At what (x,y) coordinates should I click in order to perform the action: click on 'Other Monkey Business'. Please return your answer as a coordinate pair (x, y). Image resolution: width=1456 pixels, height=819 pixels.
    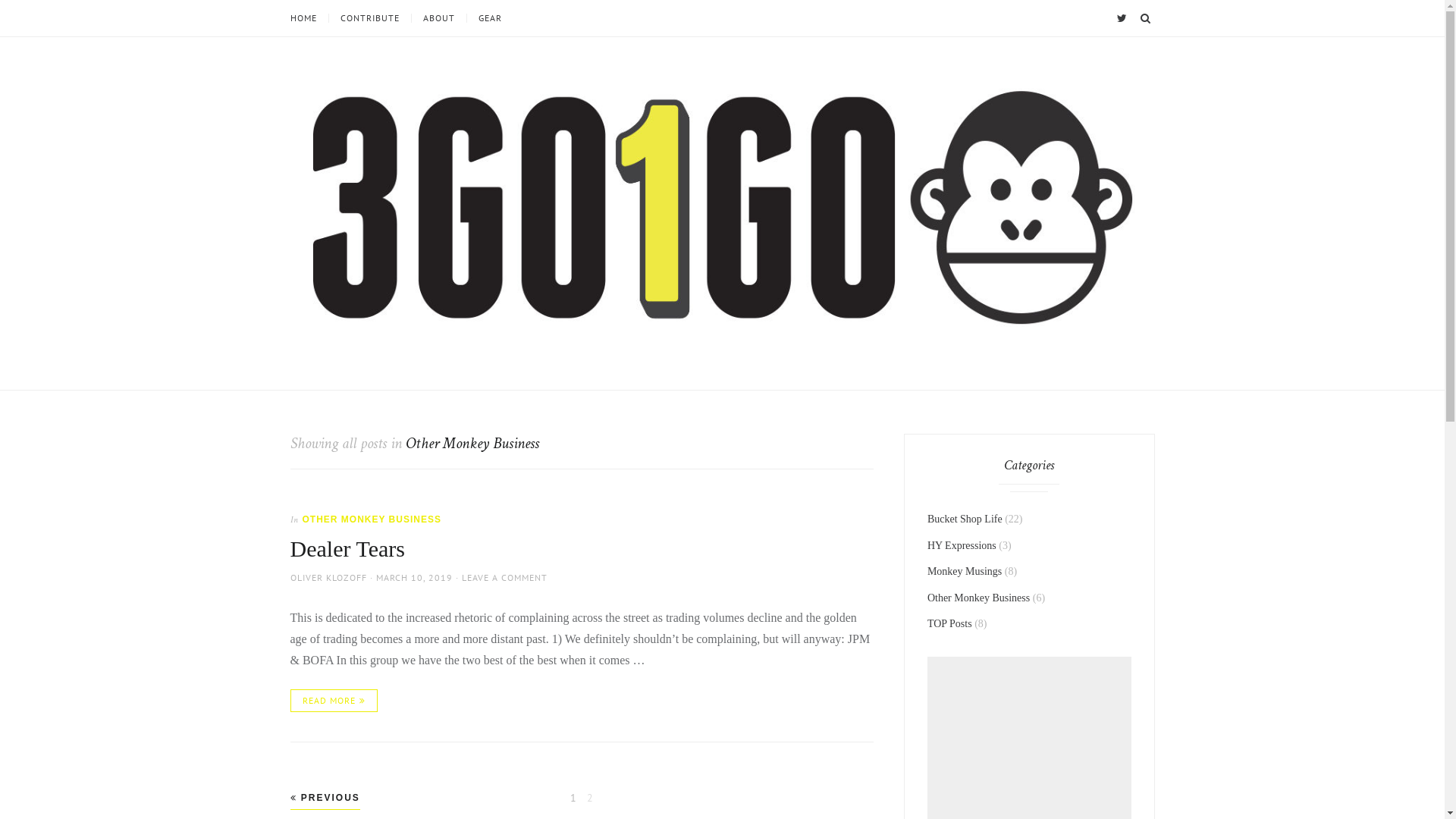
    Looking at the image, I should click on (978, 597).